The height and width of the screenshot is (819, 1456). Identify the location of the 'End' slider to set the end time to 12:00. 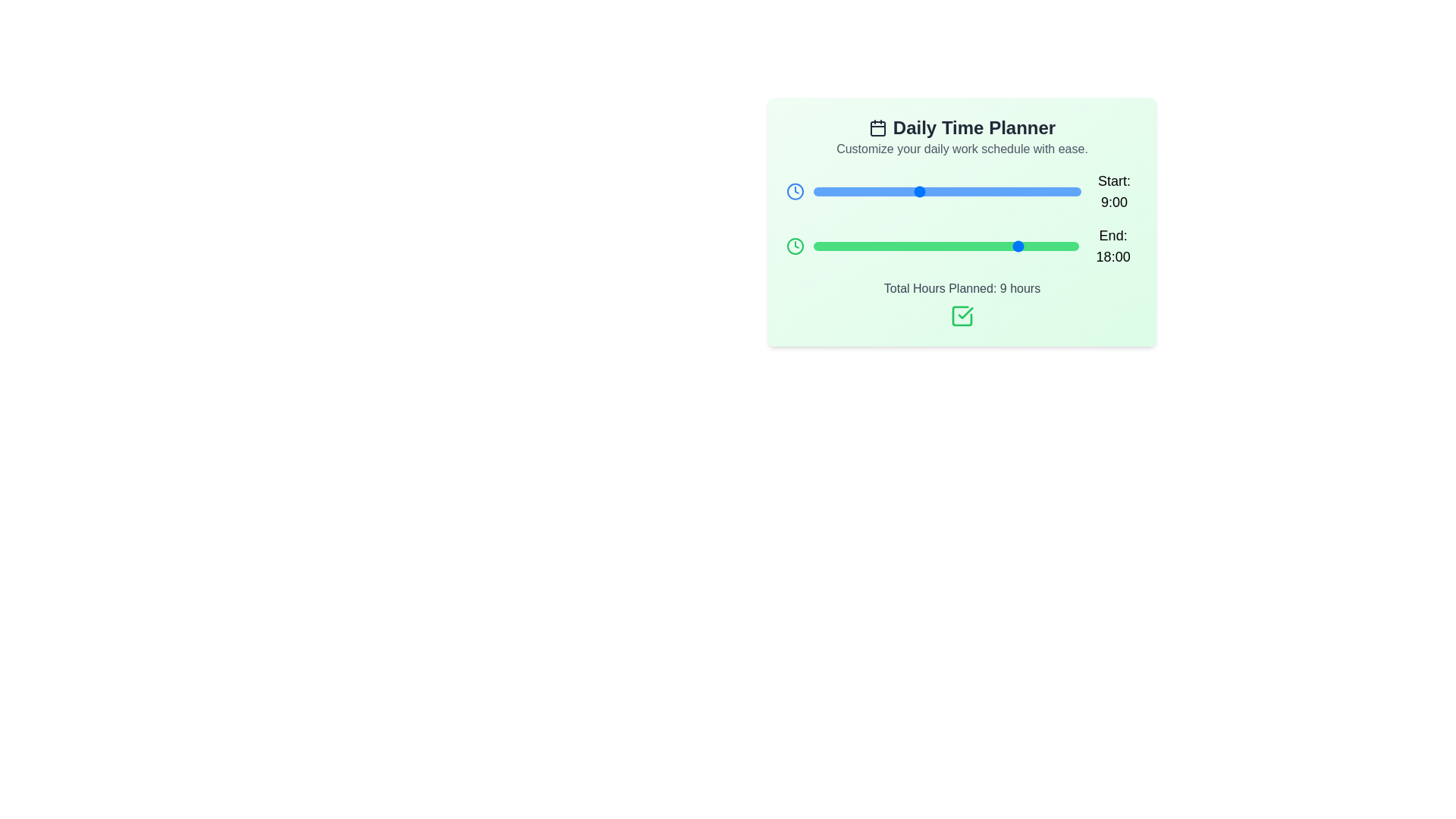
(951, 245).